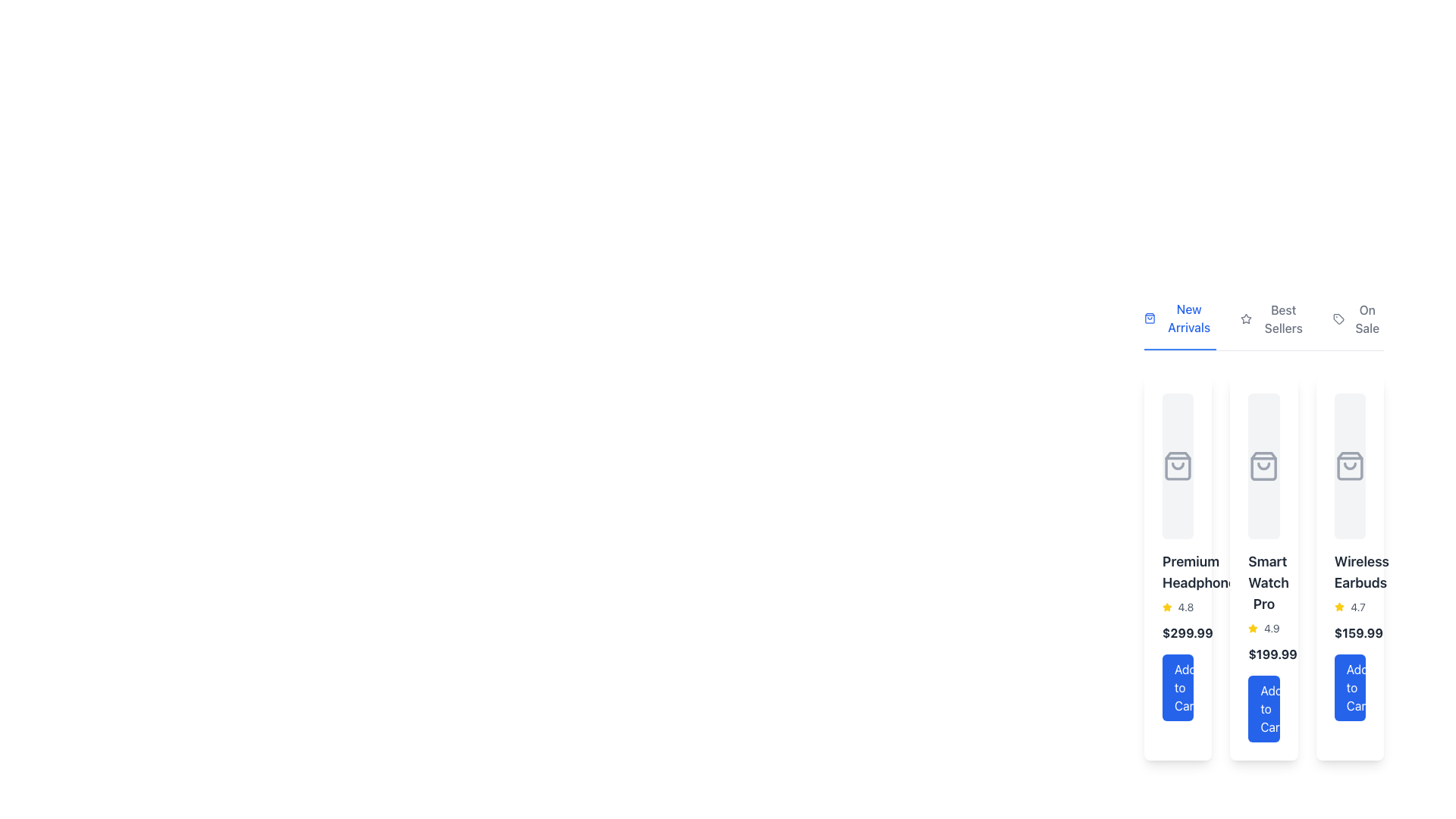 Image resolution: width=1456 pixels, height=819 pixels. What do you see at coordinates (1253, 629) in the screenshot?
I see `the yellow five-pointed star icon located next to the text label '4.9' in the second product card of the horizontal product list` at bounding box center [1253, 629].